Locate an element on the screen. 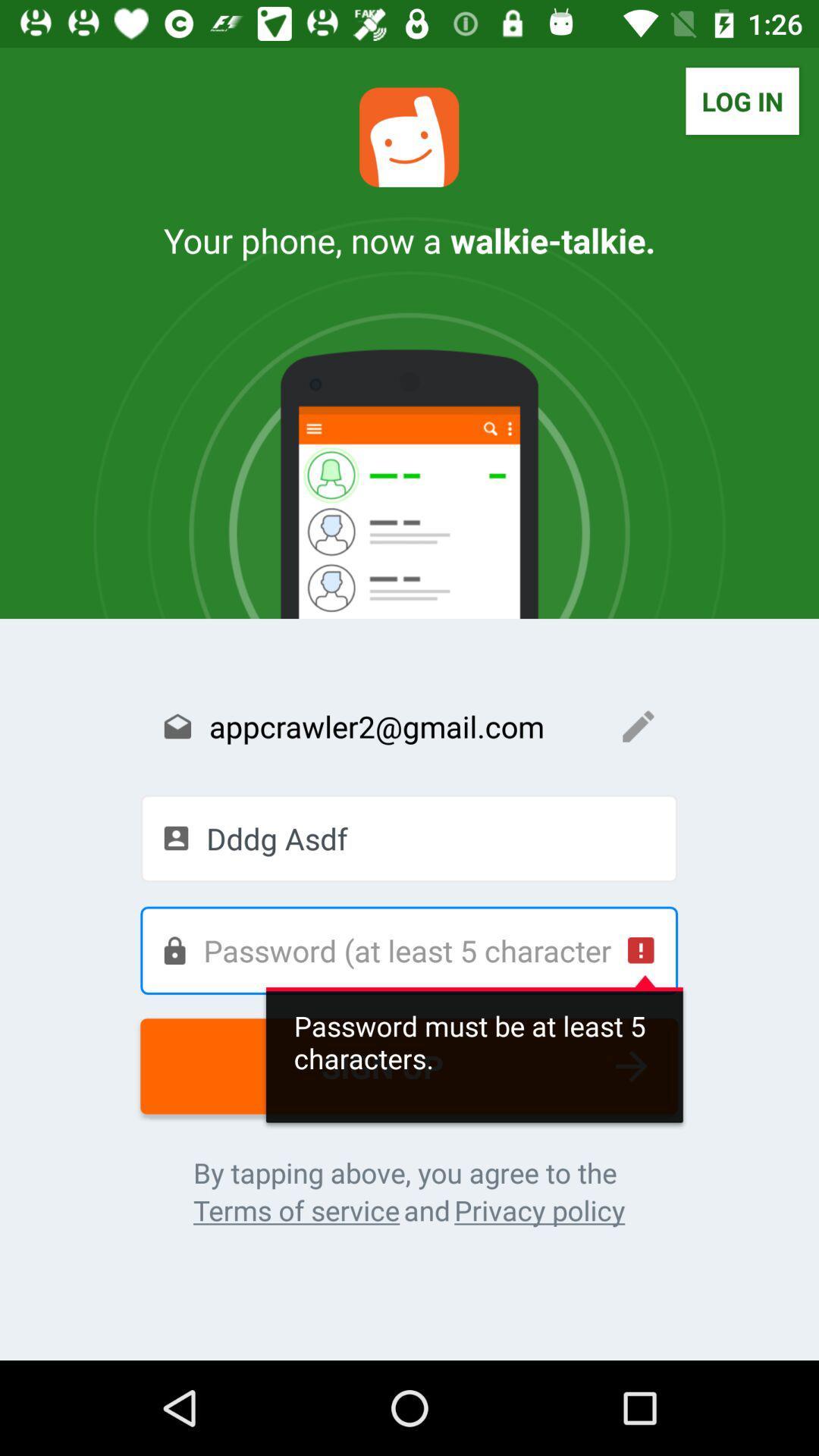 This screenshot has width=819, height=1456. the dddg asdf is located at coordinates (408, 837).